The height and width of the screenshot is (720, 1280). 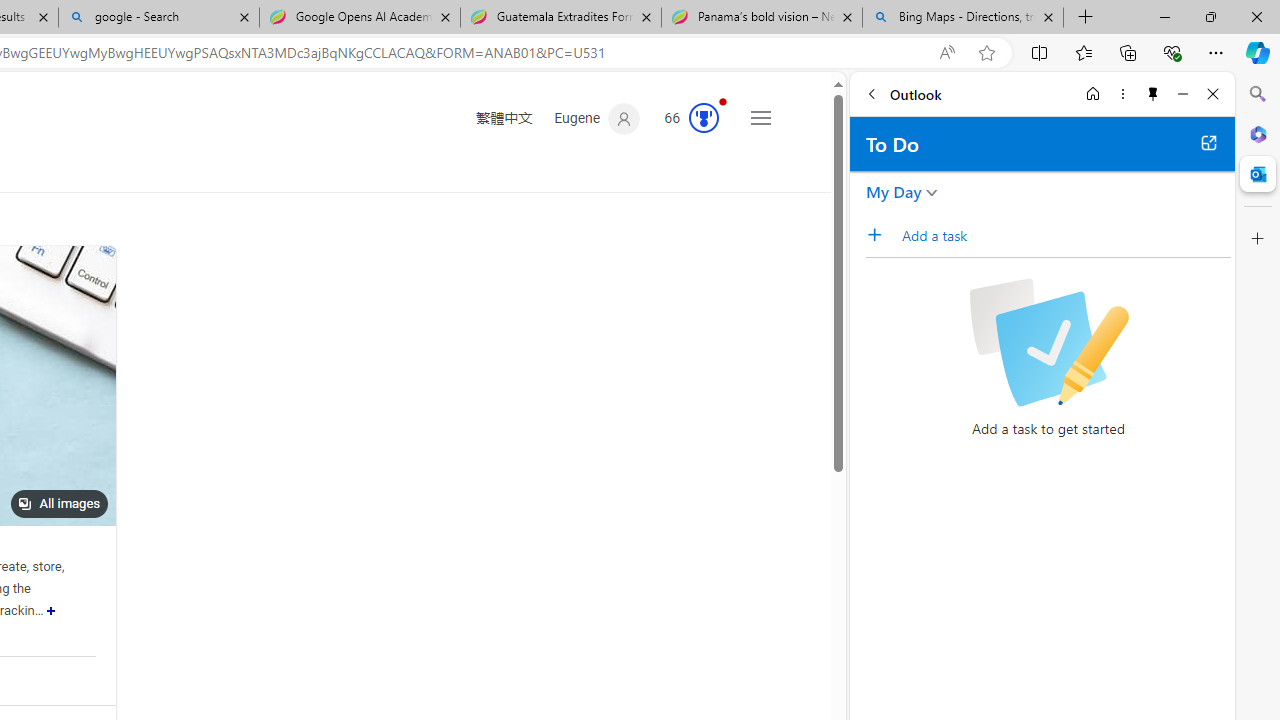 I want to click on 'Settings and quick links', so click(x=759, y=118).